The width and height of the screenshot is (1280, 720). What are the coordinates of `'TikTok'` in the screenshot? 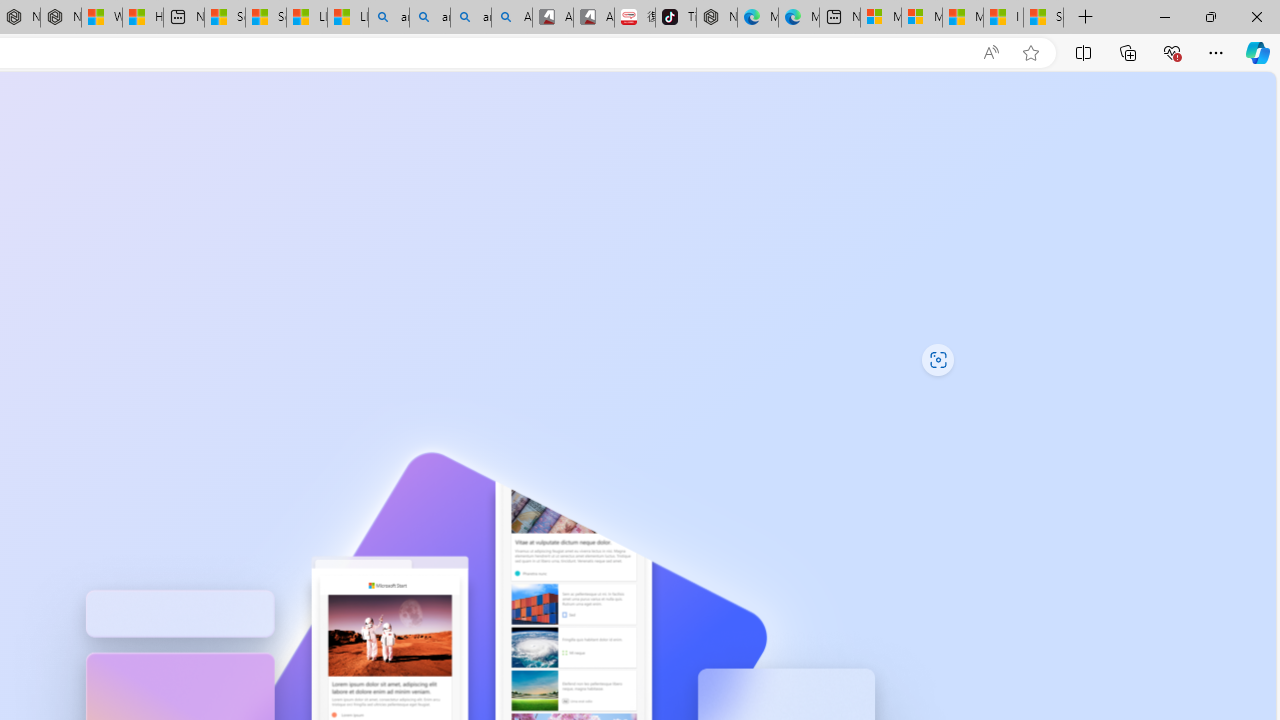 It's located at (675, 17).